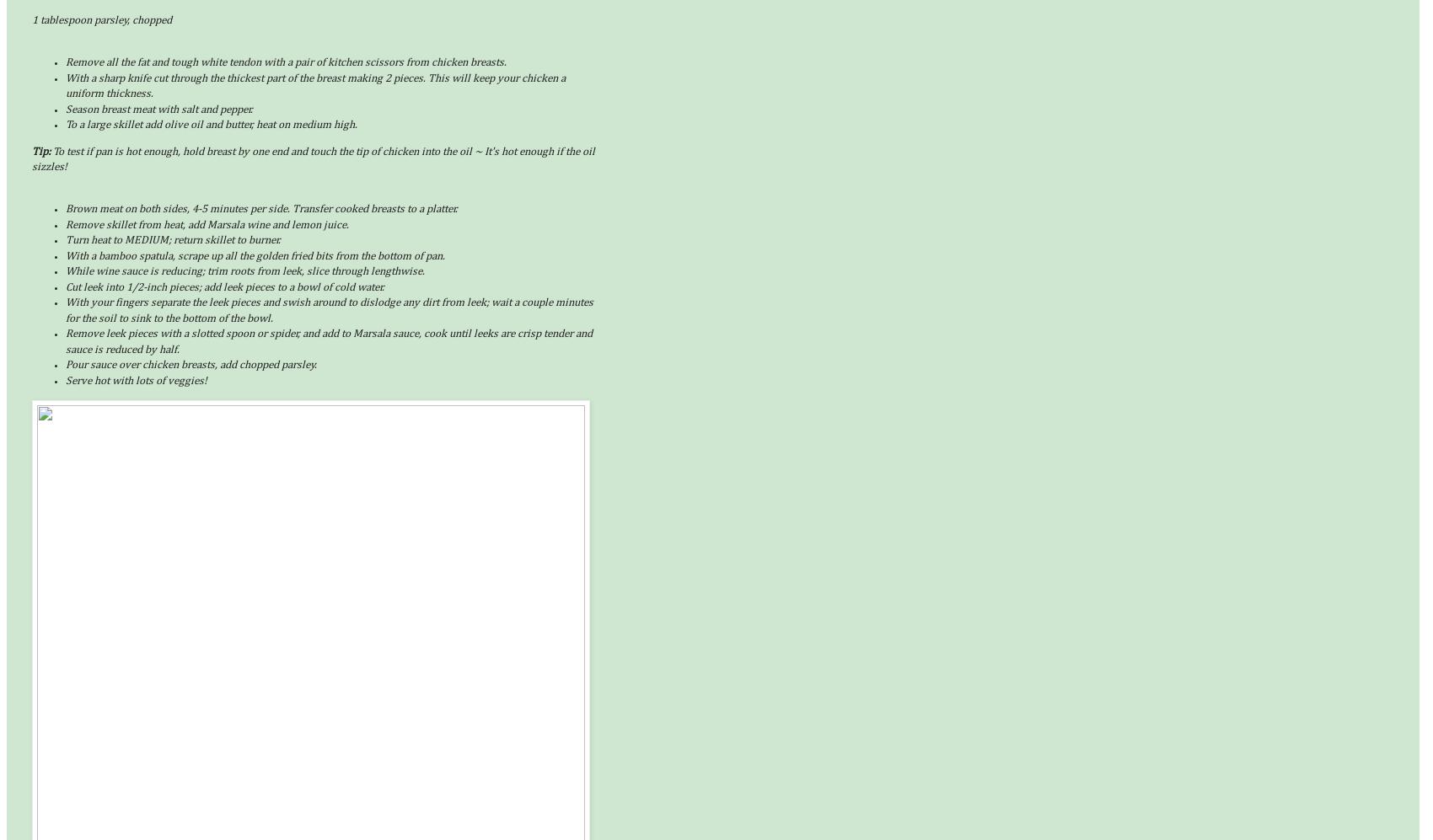 The width and height of the screenshot is (1433, 840). I want to click on 'To test if pan is hot enough, hold breast by one end and touch the tip of chicken into the oil ~ It's hot enough if the oil sizzles!', so click(32, 159).